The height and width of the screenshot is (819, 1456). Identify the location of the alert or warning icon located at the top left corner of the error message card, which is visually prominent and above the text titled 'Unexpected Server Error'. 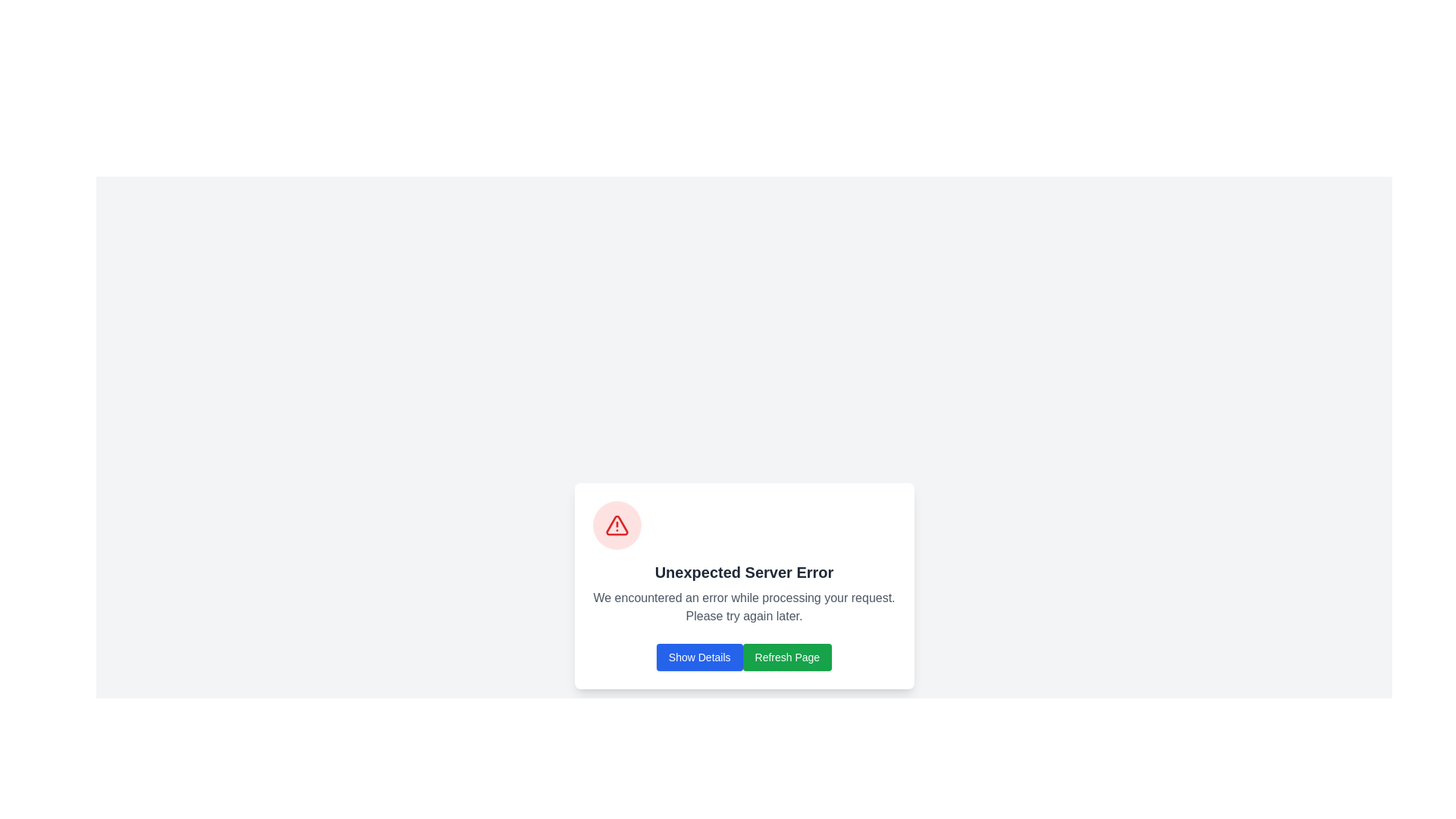
(617, 525).